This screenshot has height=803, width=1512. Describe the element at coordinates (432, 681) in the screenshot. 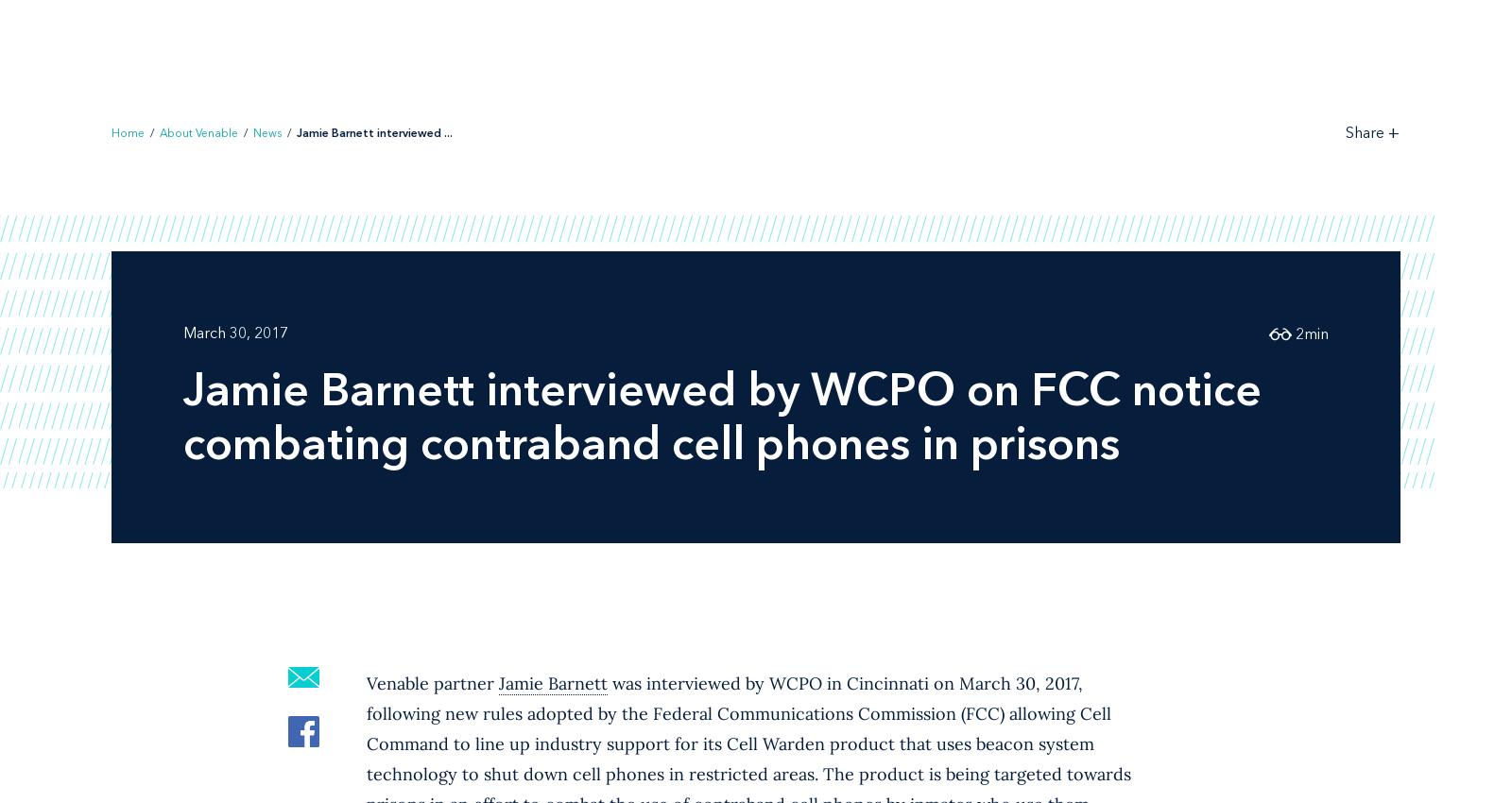

I see `'Venable partner'` at that location.